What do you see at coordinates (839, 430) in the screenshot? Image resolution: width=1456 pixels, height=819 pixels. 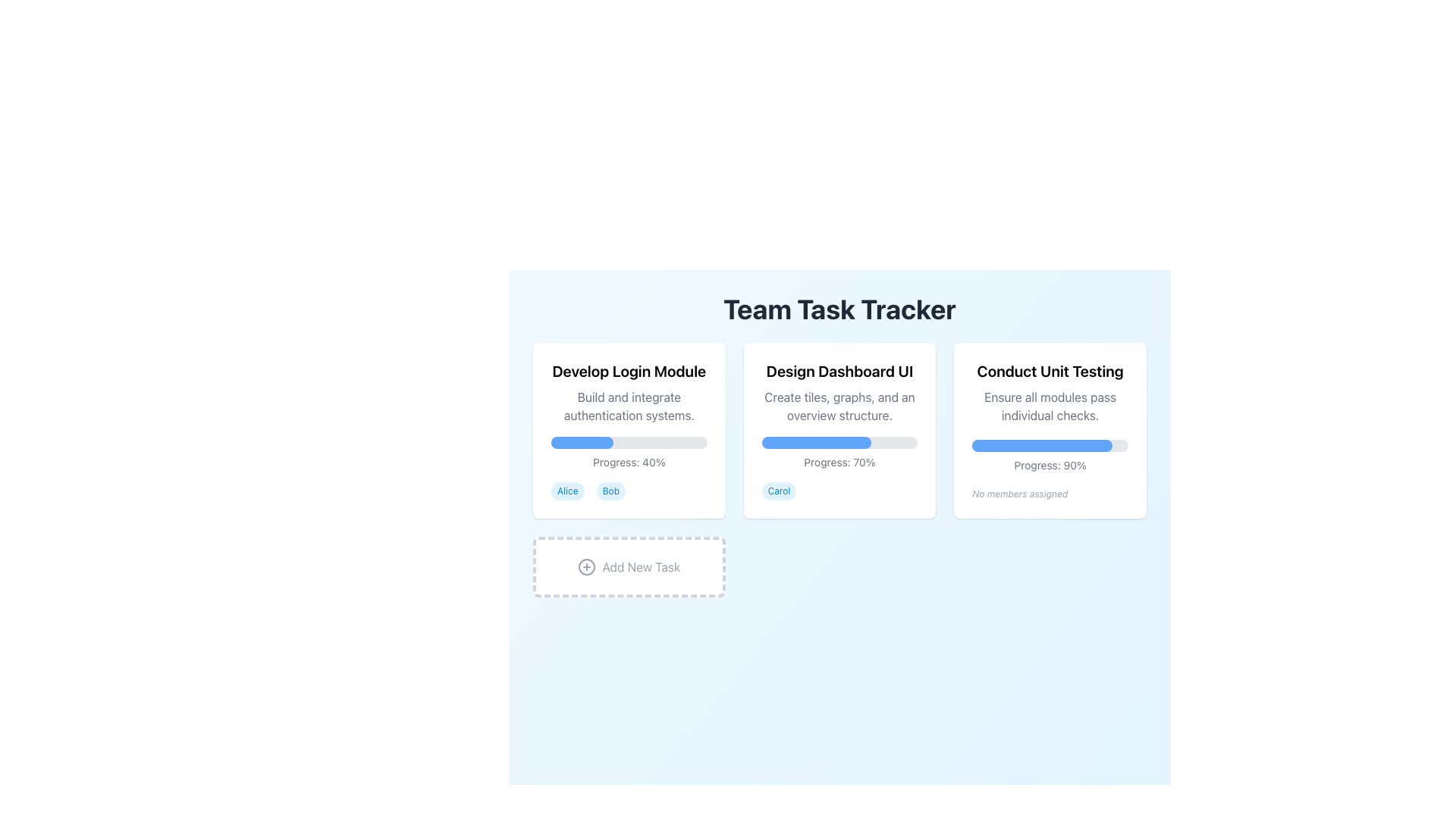 I see `the task card representing a project with summarized information, located under the 'Team Task Tracker' header` at bounding box center [839, 430].